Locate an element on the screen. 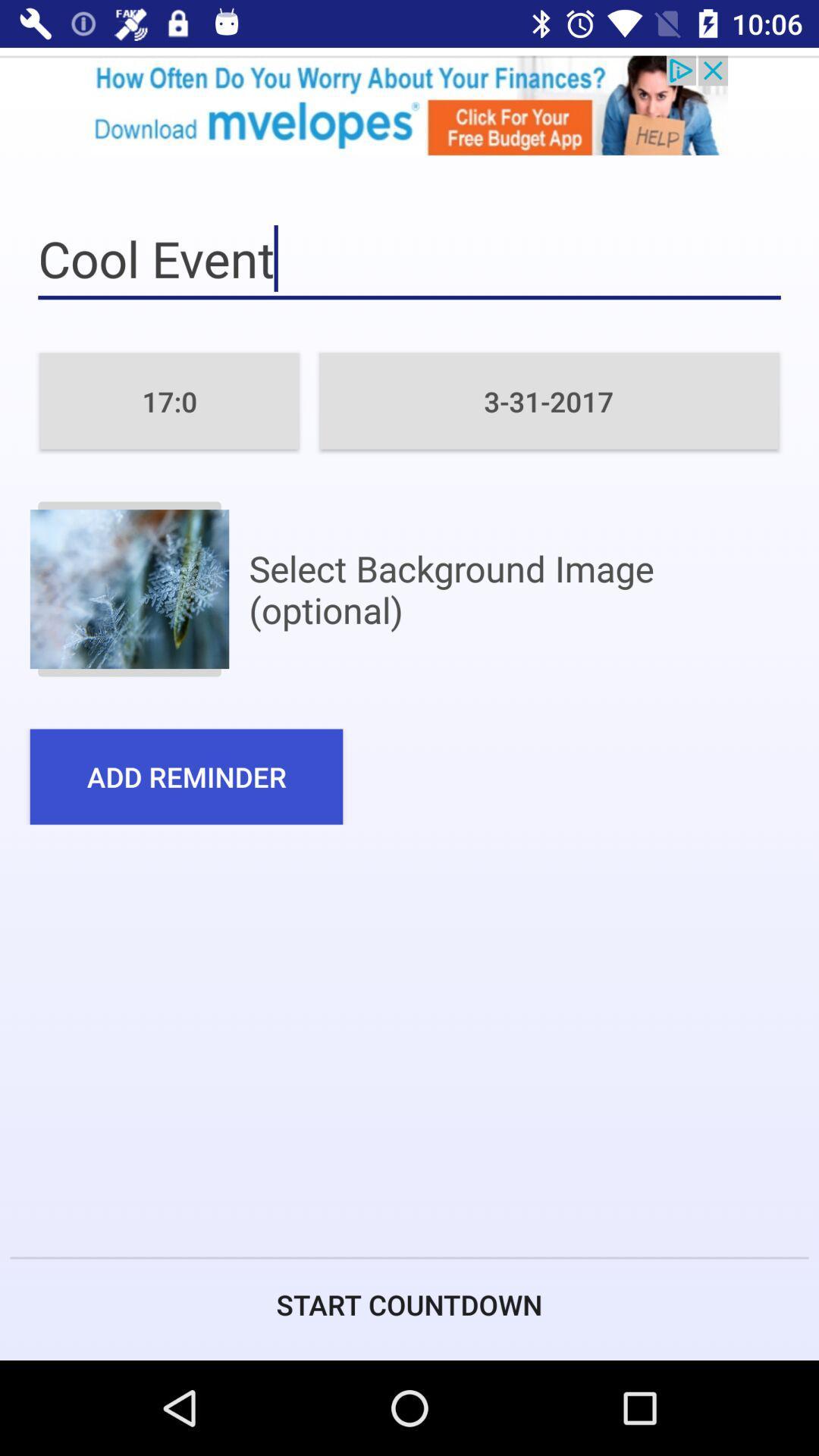 The width and height of the screenshot is (819, 1456). it is image which describes cool event is located at coordinates (128, 588).